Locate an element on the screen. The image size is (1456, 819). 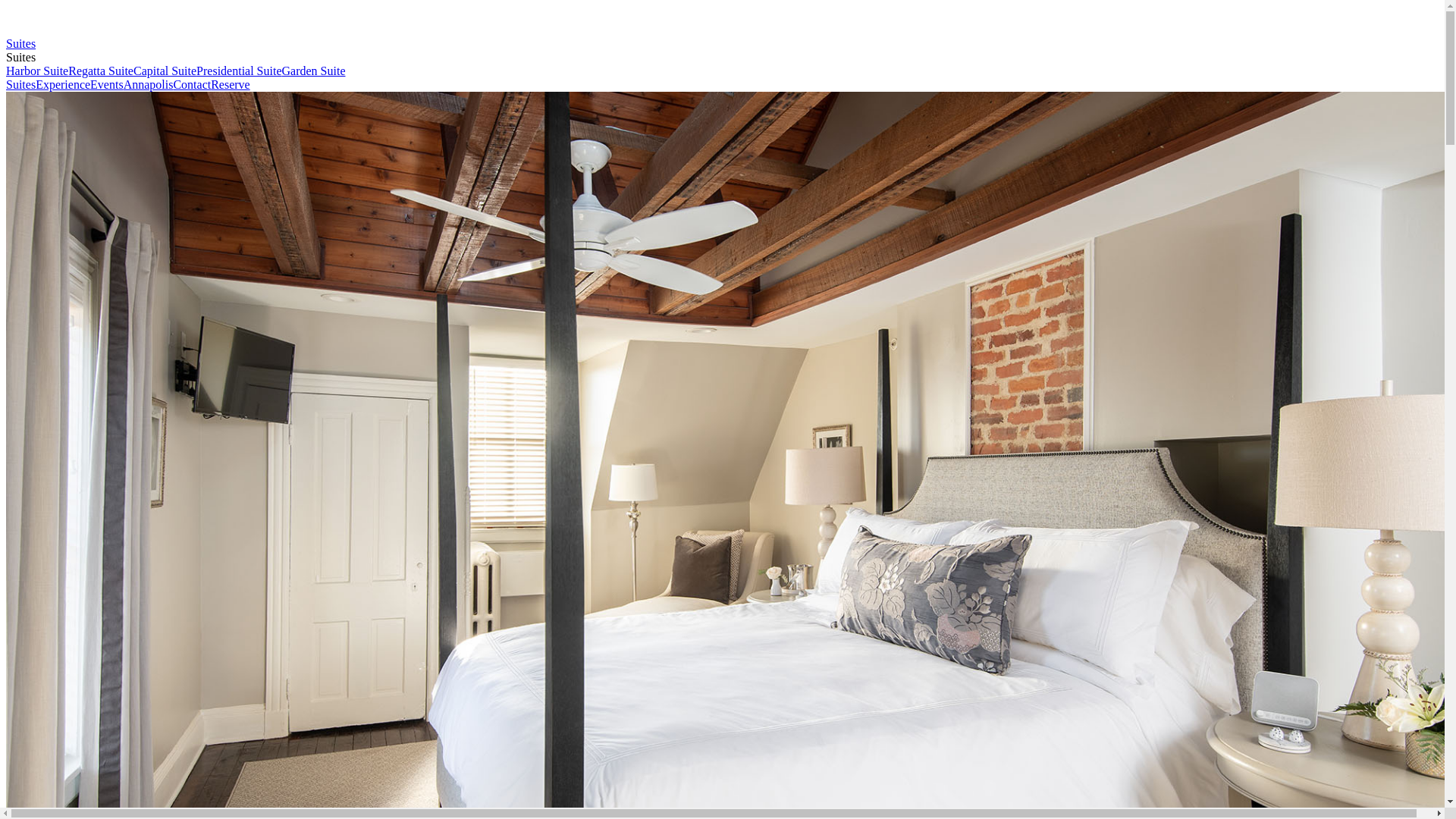
'Harbor Suite' is located at coordinates (6, 71).